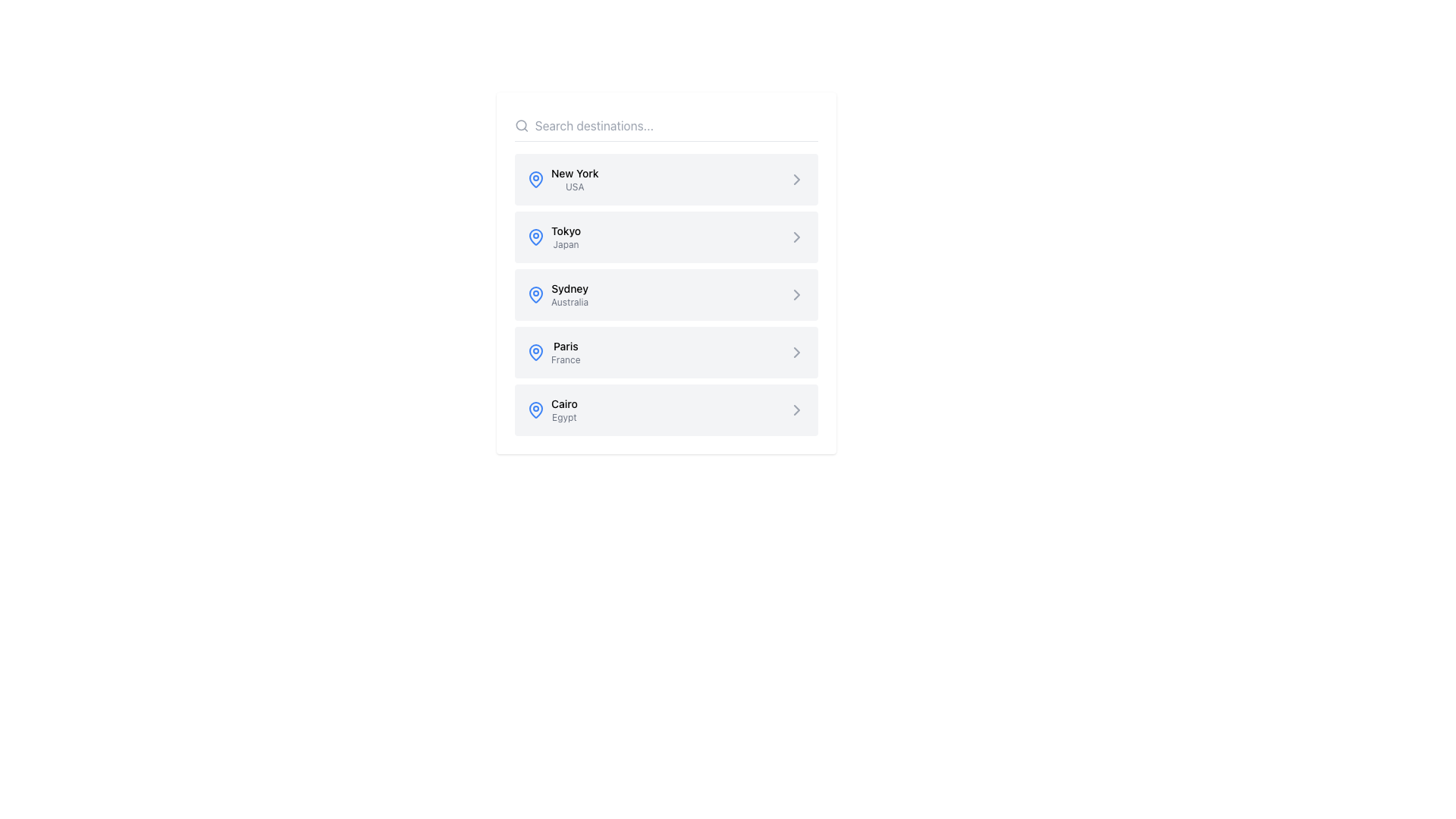 Image resolution: width=1456 pixels, height=819 pixels. I want to click on the text label displaying 'Tokyo', which is located in the second row of destination cards, above the smaller label 'Japan', and to the right of a blue map pin icon, so click(565, 231).